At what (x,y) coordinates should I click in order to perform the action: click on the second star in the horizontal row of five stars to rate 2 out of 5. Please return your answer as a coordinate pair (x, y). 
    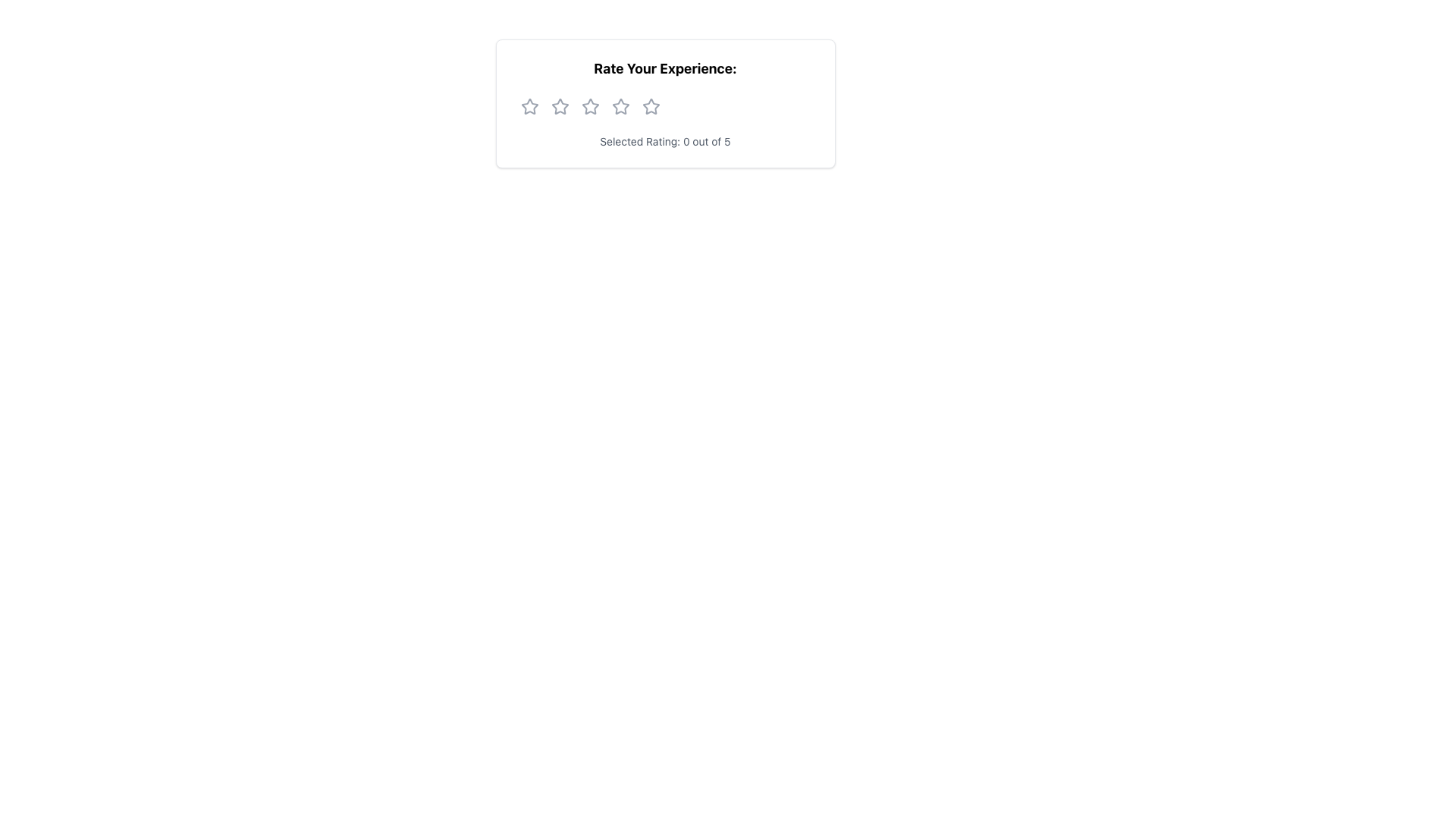
    Looking at the image, I should click on (559, 105).